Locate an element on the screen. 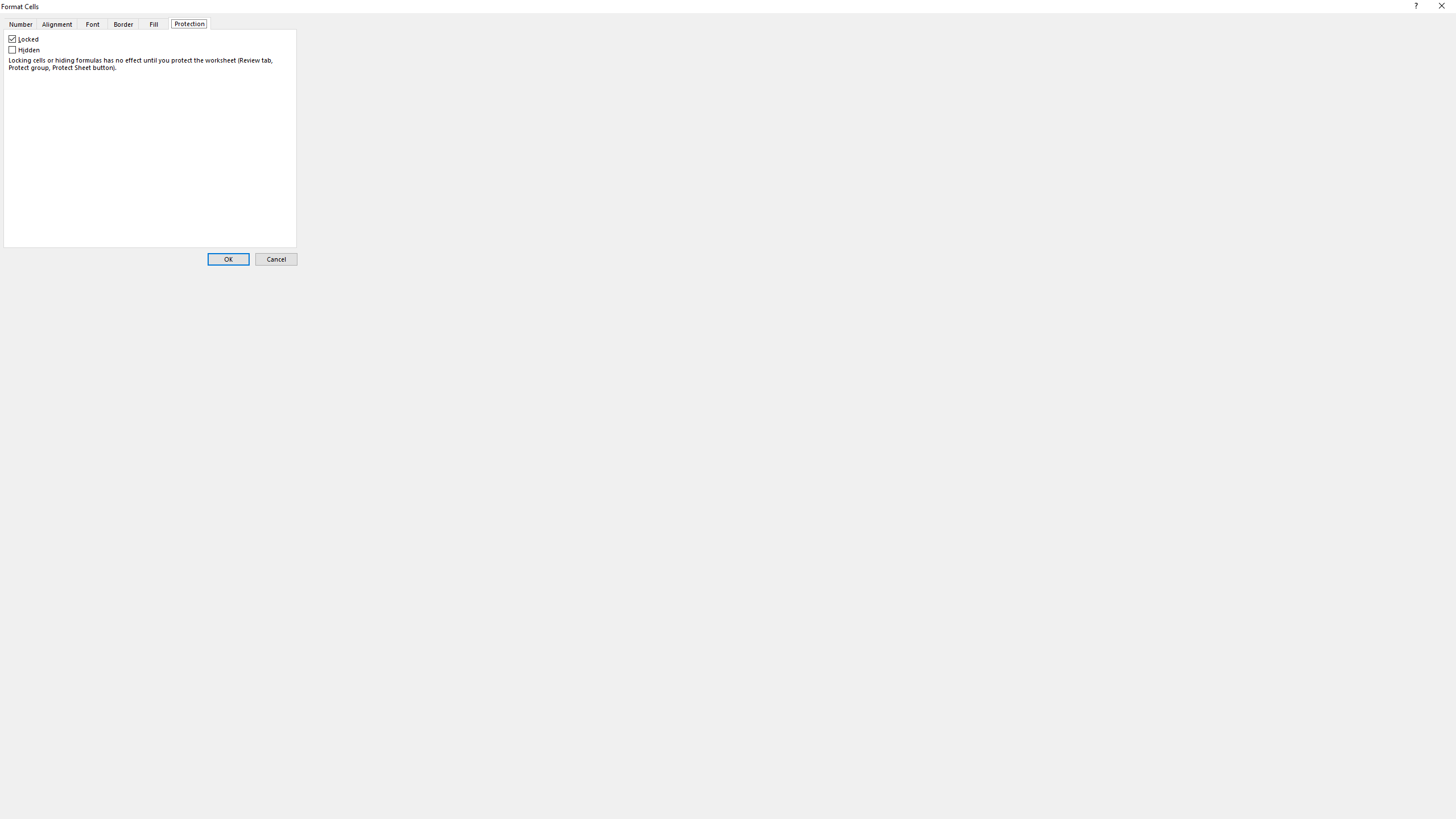 This screenshot has width=1456, height=819. 'Fill' is located at coordinates (153, 23).